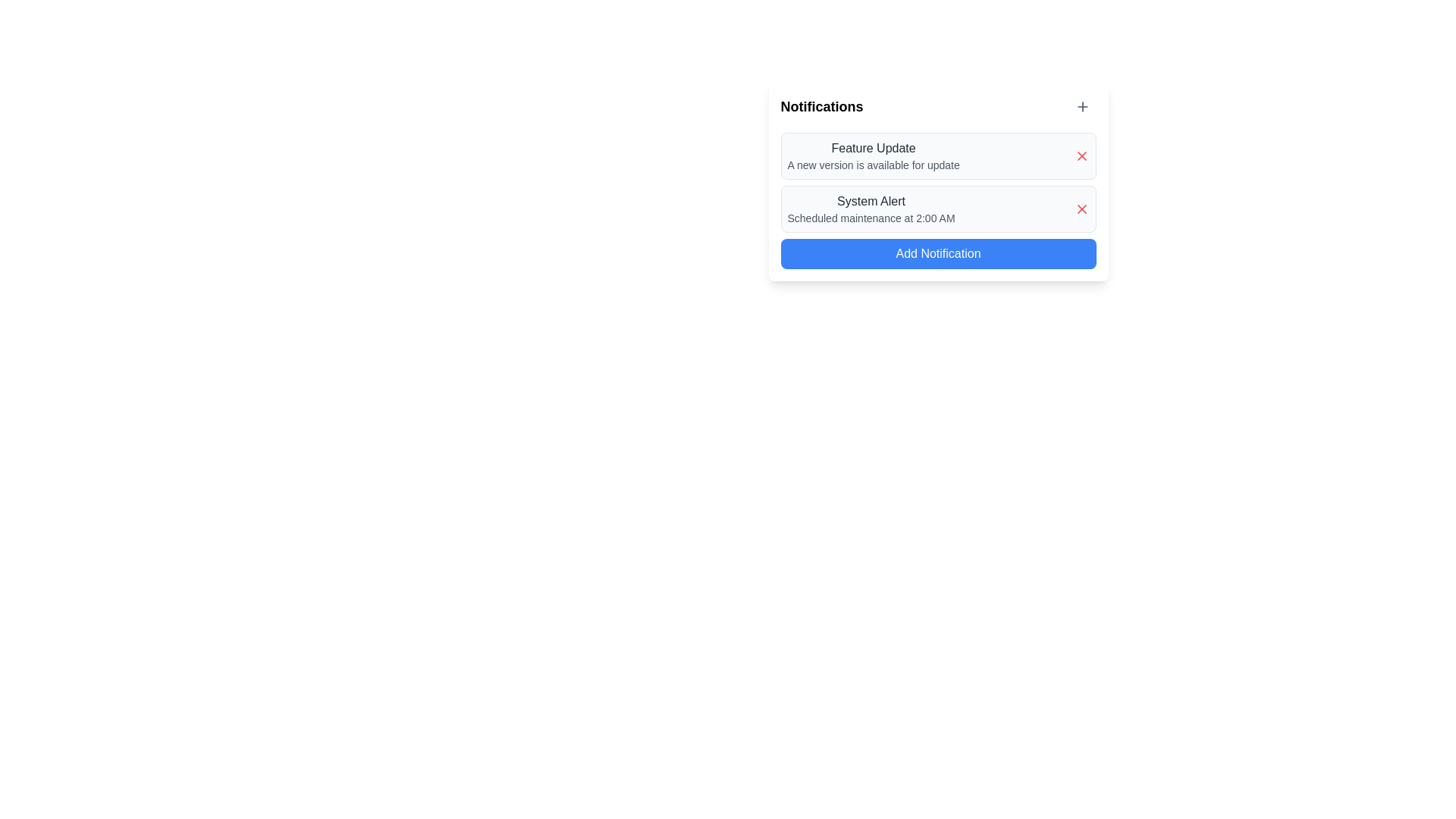 This screenshot has height=819, width=1456. What do you see at coordinates (874, 149) in the screenshot?
I see `the title Text Label of the first notification entry within the Notifications section, which summarizes the main subject of the notification` at bounding box center [874, 149].